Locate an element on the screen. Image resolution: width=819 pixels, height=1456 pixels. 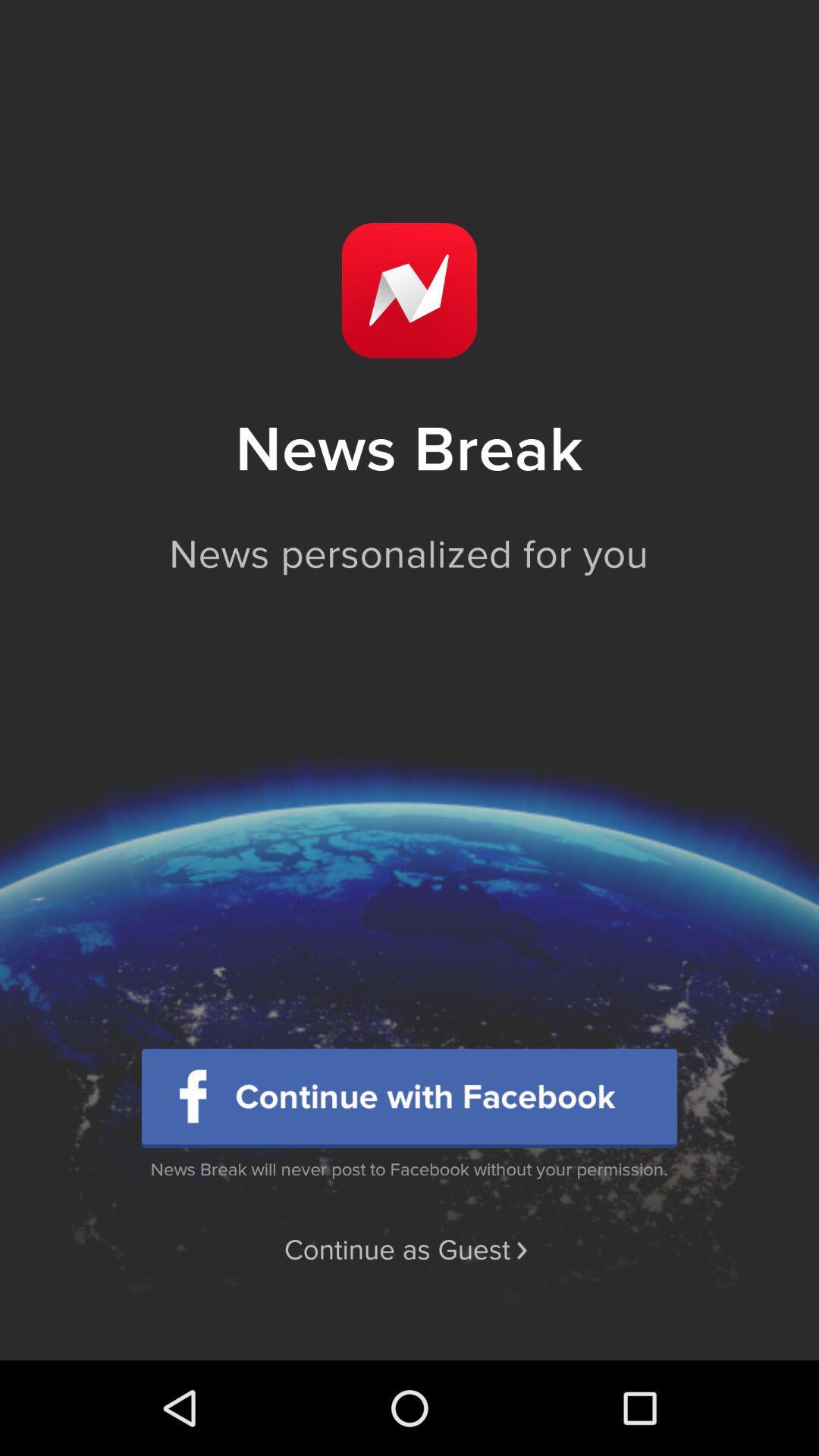
item below news break will item is located at coordinates (408, 1250).